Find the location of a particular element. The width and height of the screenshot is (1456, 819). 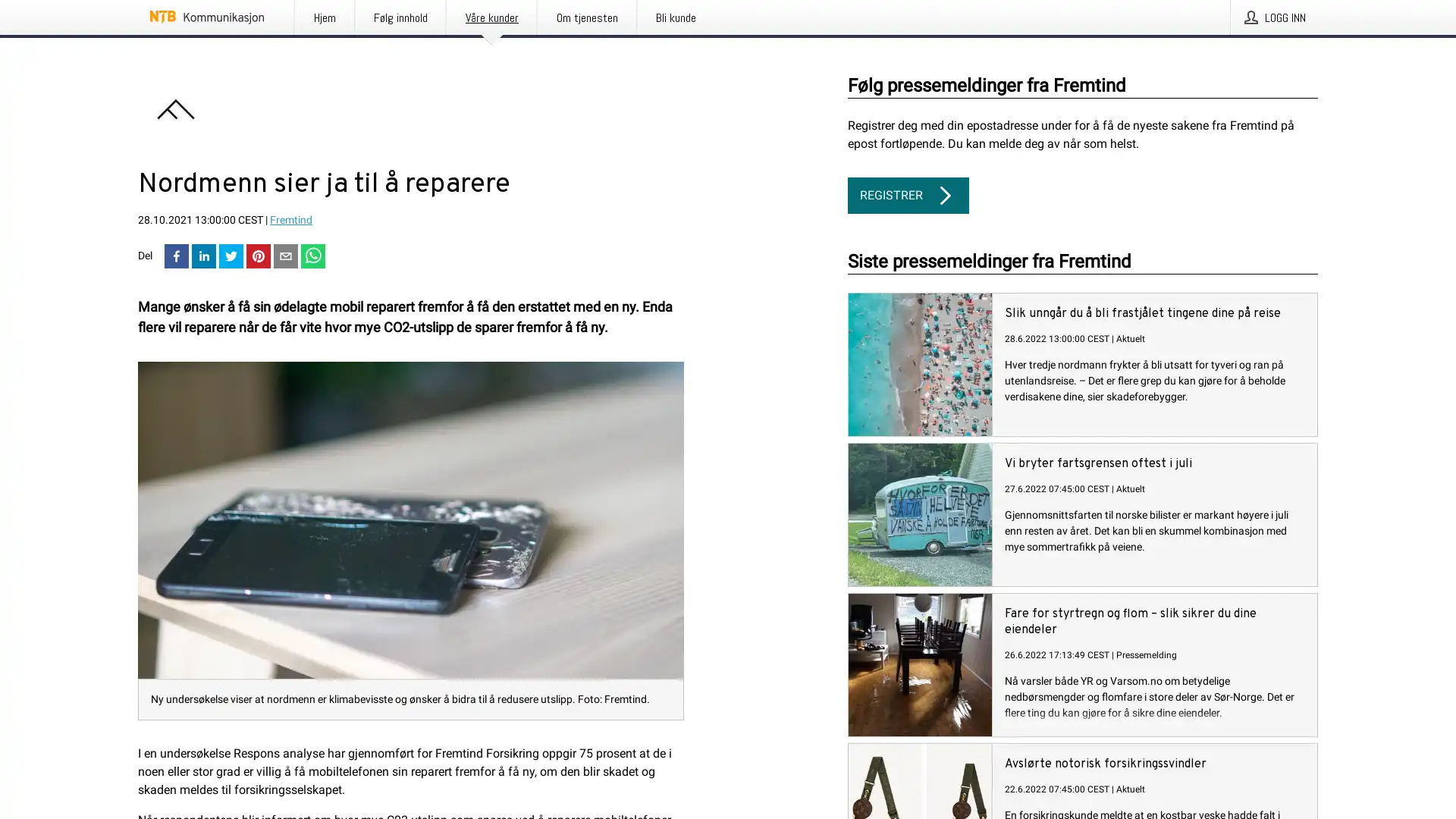

facebook is located at coordinates (177, 256).